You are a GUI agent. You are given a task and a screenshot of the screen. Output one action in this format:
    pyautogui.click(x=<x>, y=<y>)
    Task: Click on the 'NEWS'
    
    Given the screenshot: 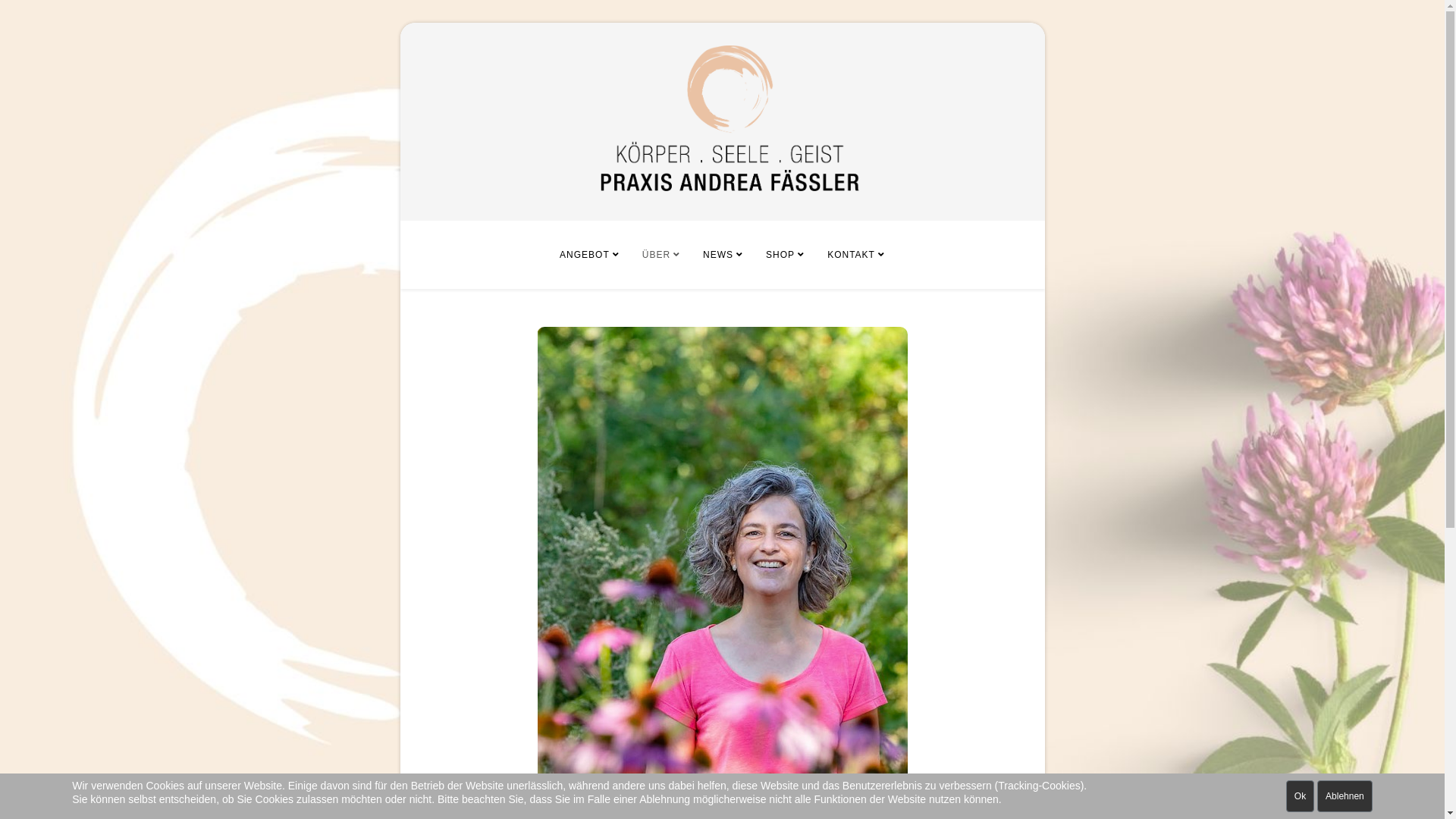 What is the action you would take?
    pyautogui.click(x=722, y=253)
    